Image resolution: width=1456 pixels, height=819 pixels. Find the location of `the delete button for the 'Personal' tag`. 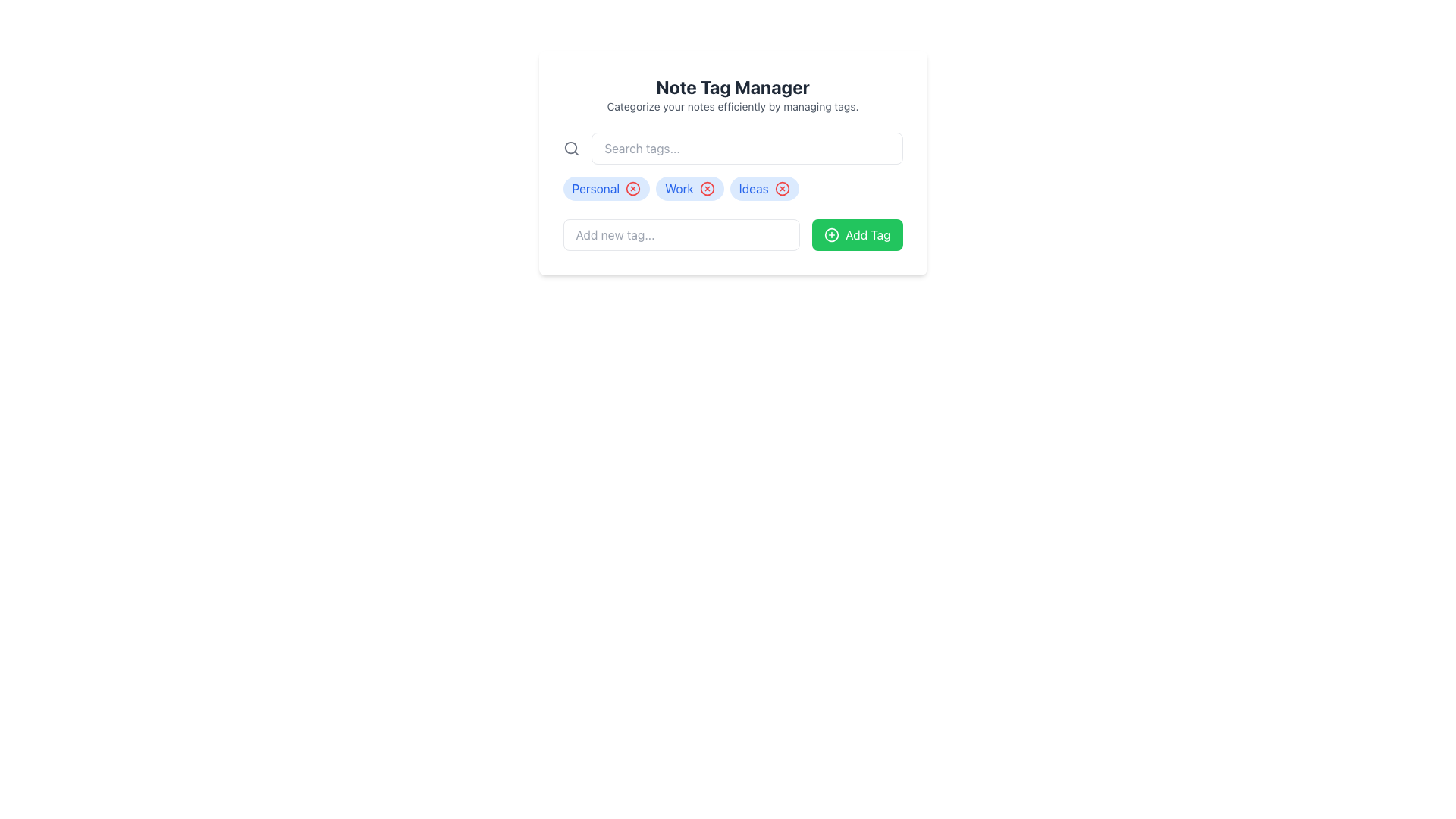

the delete button for the 'Personal' tag is located at coordinates (633, 188).